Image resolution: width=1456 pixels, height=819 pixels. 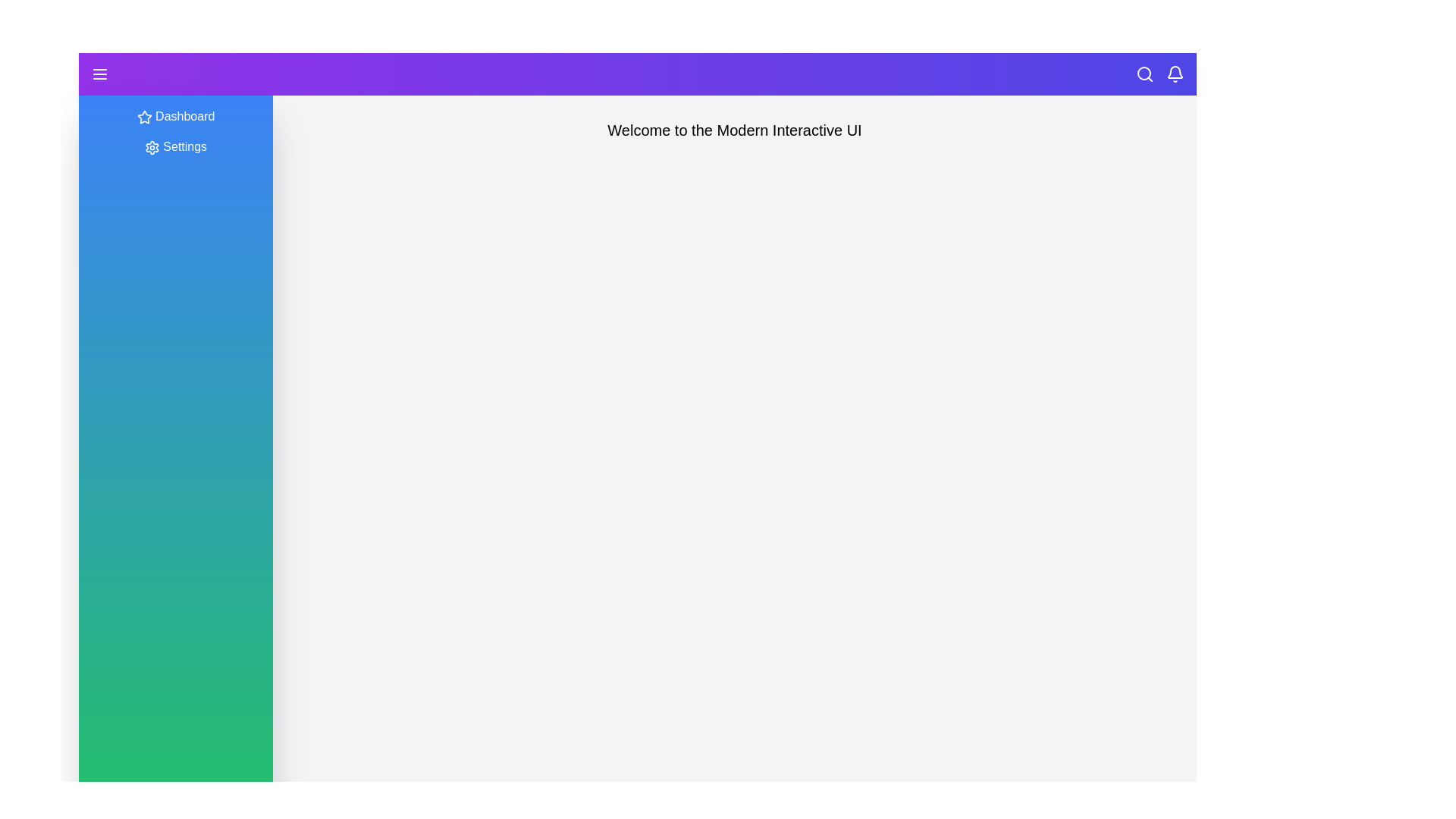 What do you see at coordinates (99, 74) in the screenshot?
I see `menu button to toggle the sidebar visibility` at bounding box center [99, 74].